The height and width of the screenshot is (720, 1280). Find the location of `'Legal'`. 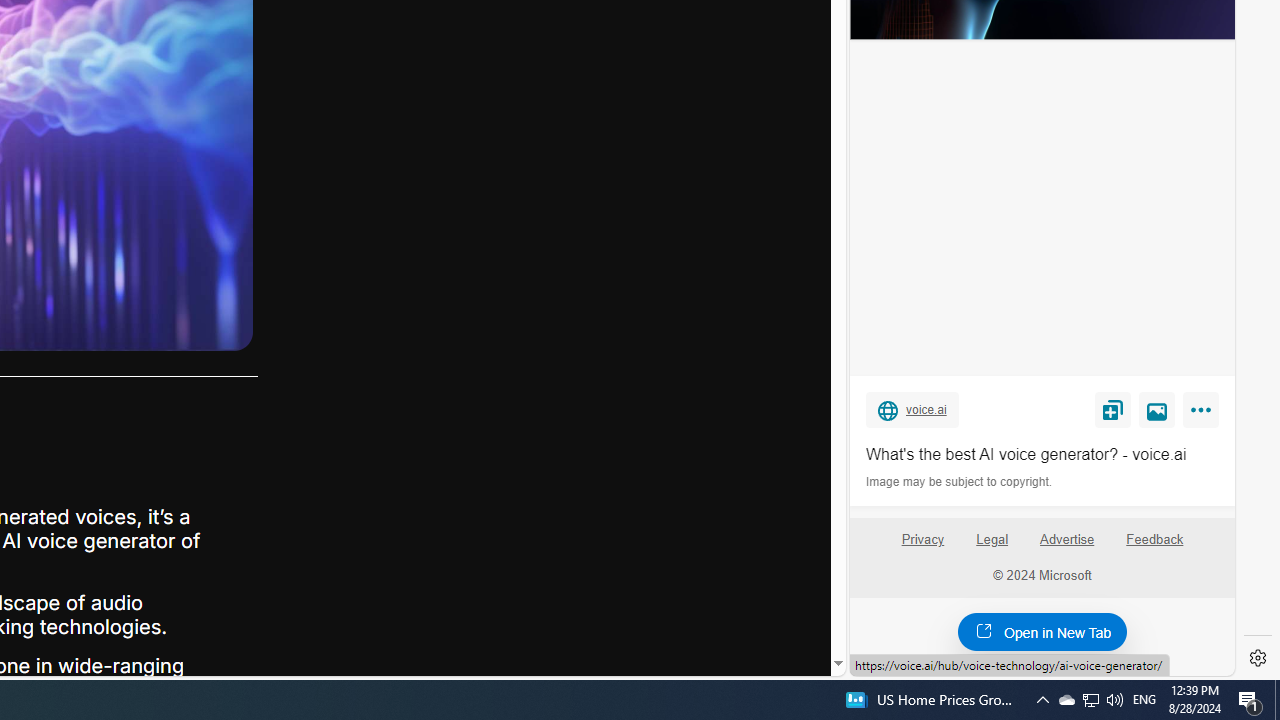

'Legal' is located at coordinates (992, 547).